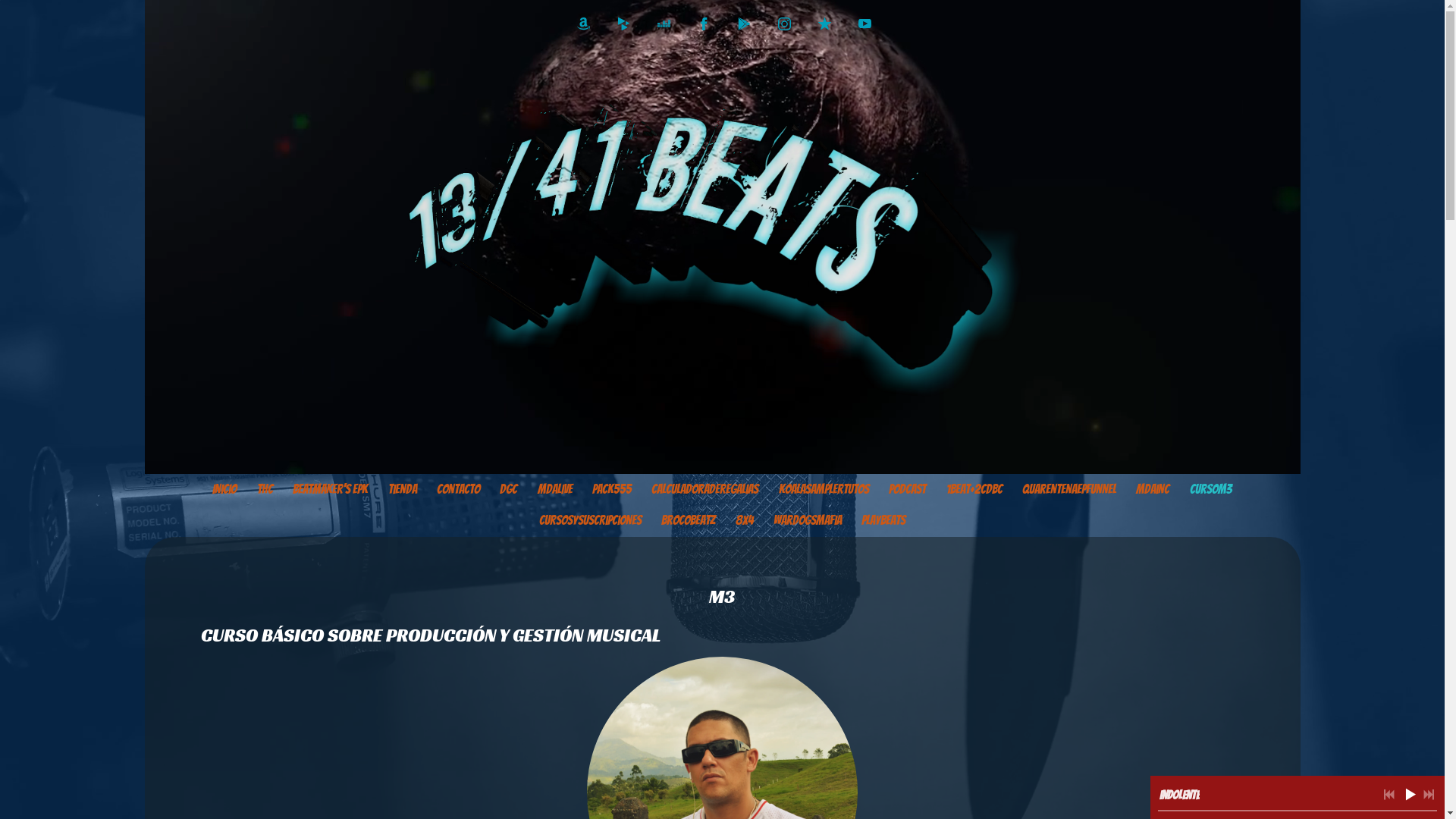 The height and width of the screenshot is (819, 1456). I want to click on 'https://www.facebook.com/Kabster1341', so click(703, 24).